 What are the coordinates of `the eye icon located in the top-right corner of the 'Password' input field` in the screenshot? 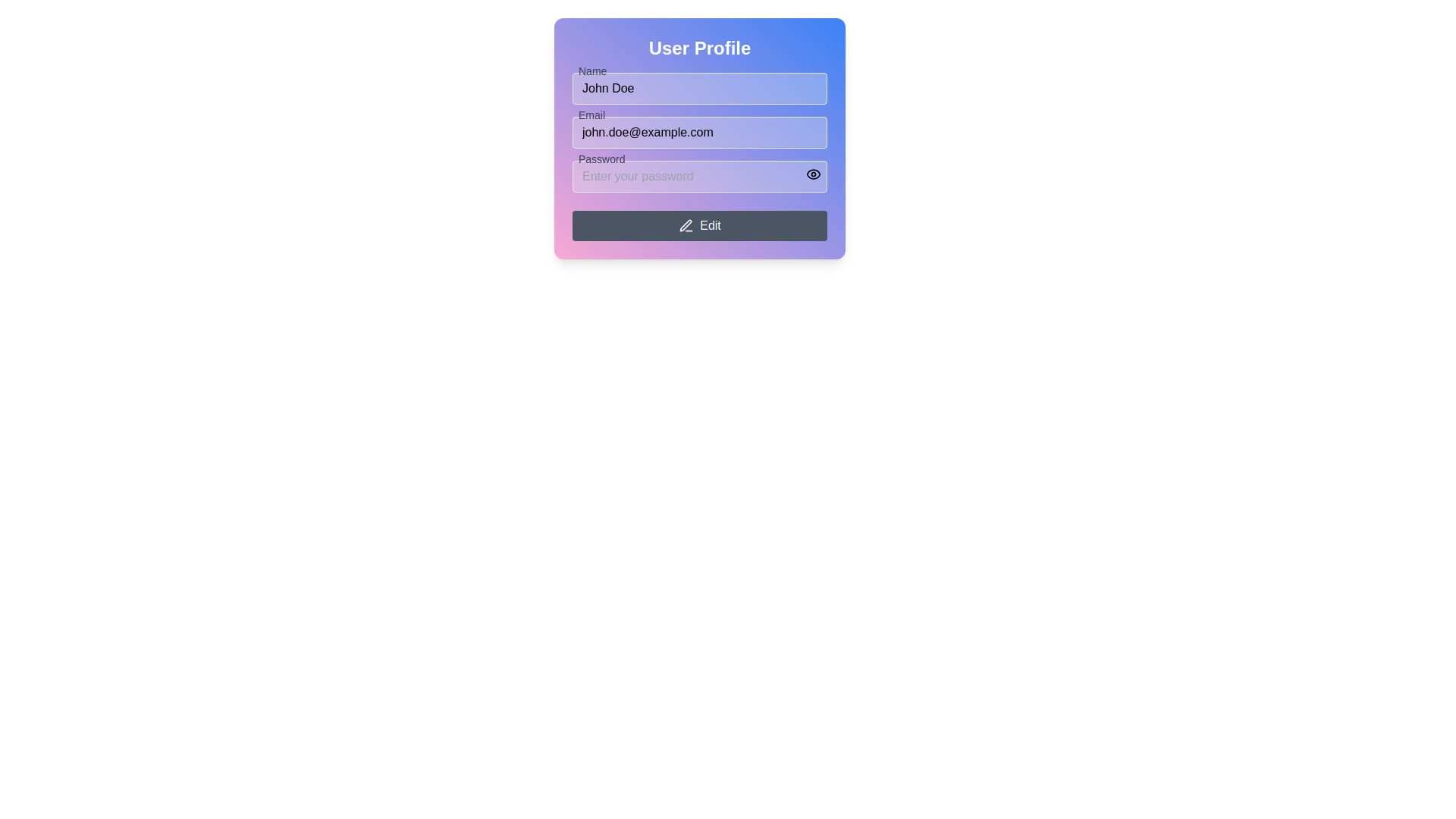 It's located at (813, 174).